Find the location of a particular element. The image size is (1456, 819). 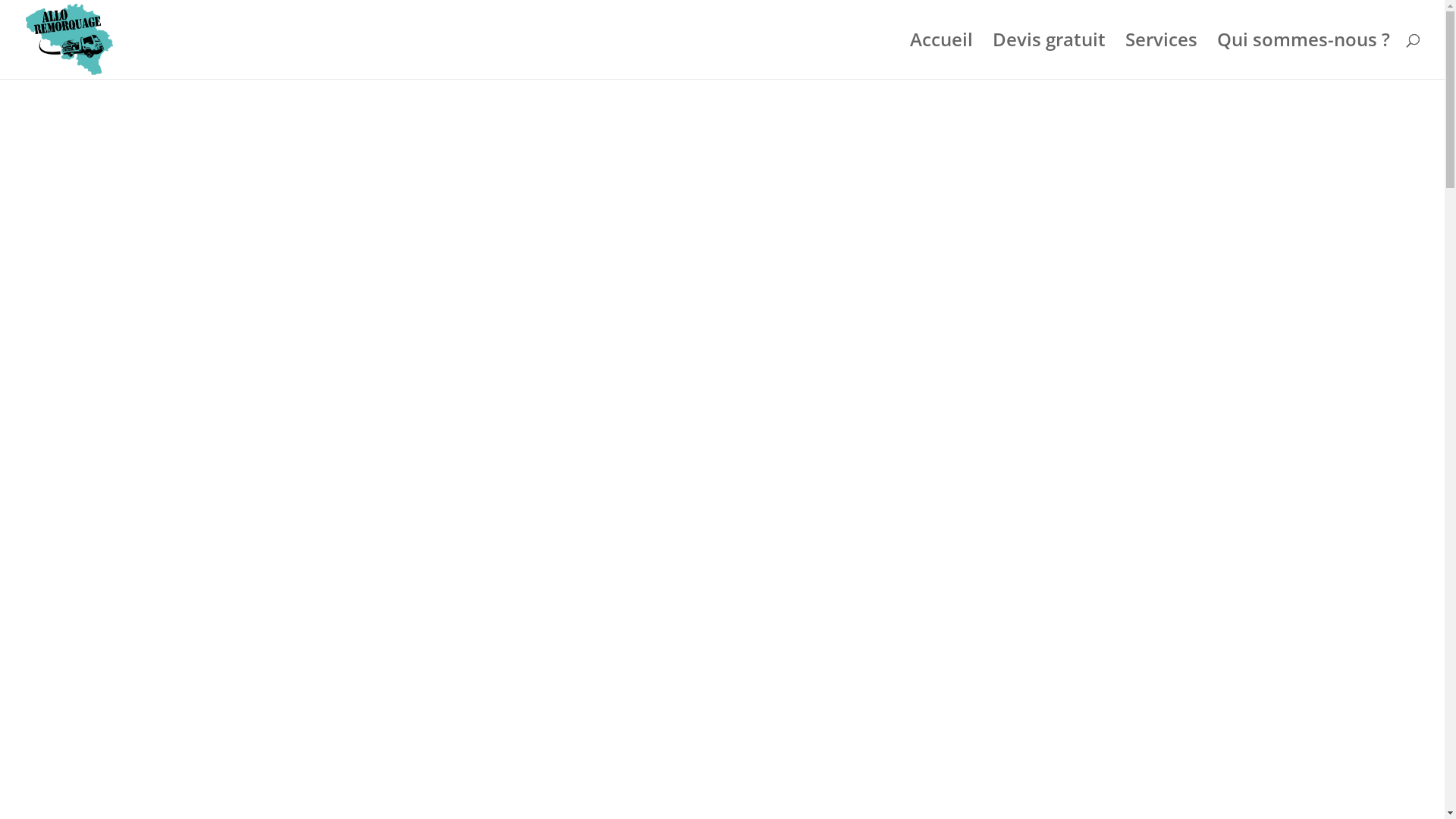

'Devis gratuit' is located at coordinates (1048, 55).